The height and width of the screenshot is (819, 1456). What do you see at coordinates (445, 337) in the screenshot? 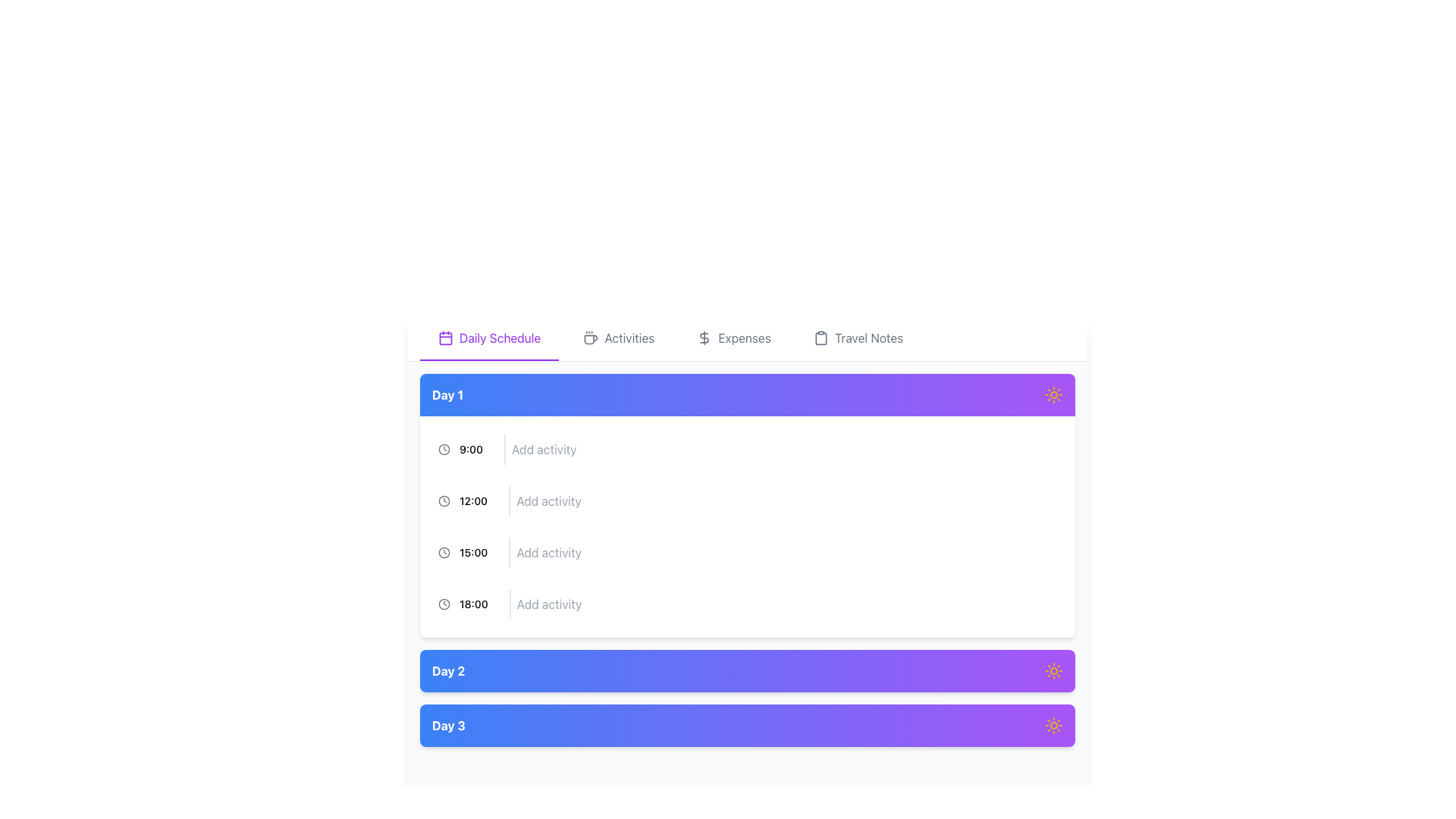
I see `Decorative SVG component located near the top center of the calendar icon for its properties in the DOM` at bounding box center [445, 337].